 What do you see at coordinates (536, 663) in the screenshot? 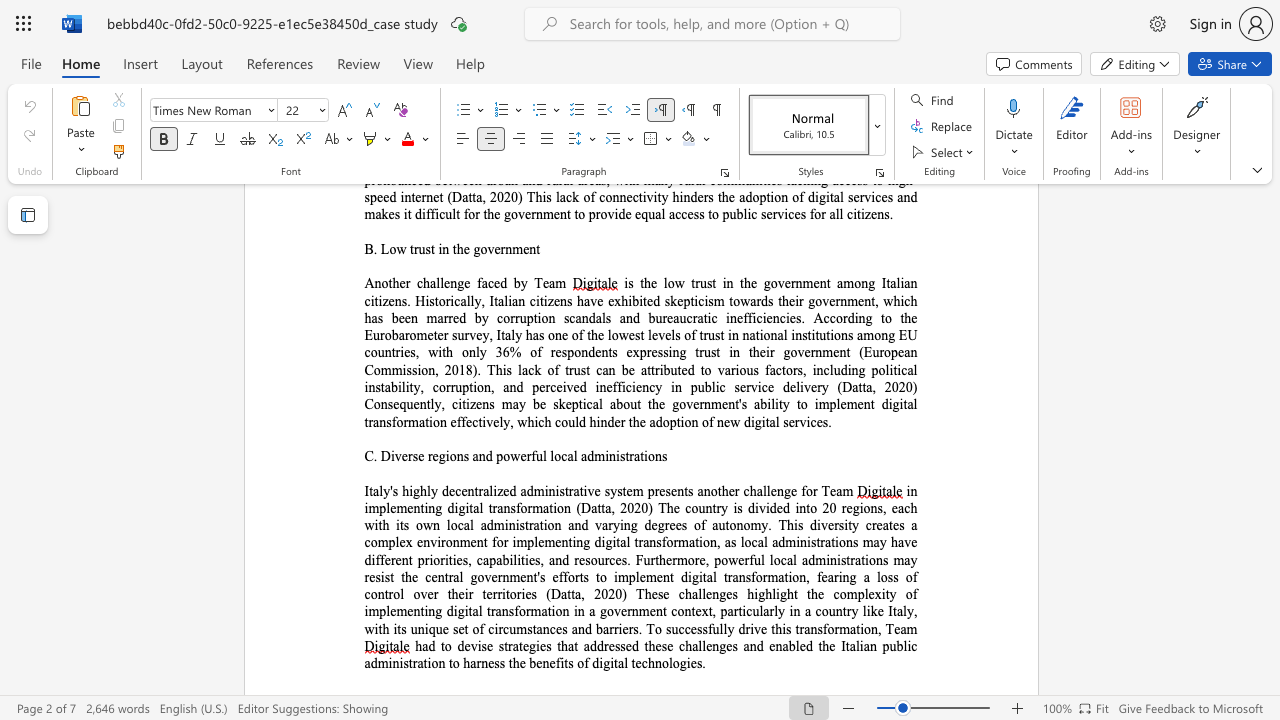
I see `the subset text "enefits of digital techn" within the text "had to devise strategies that addressed these challenges and enabled the Italian public administration to harness the benefits of digital technologies."` at bounding box center [536, 663].